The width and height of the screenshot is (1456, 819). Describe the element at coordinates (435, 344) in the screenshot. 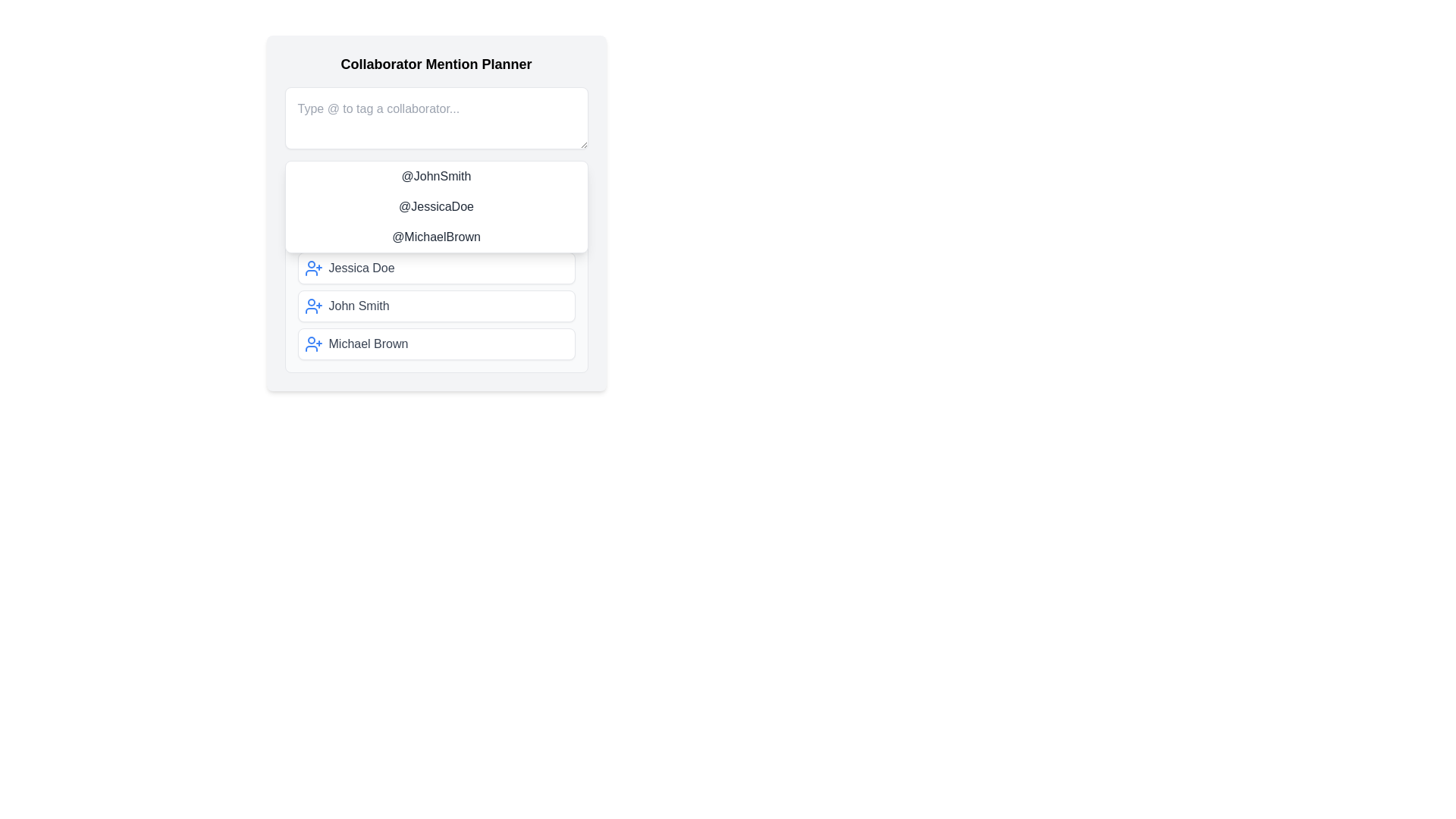

I see `the third list item labeled 'Michael Brown' in the collaborator mention planner interface` at that location.